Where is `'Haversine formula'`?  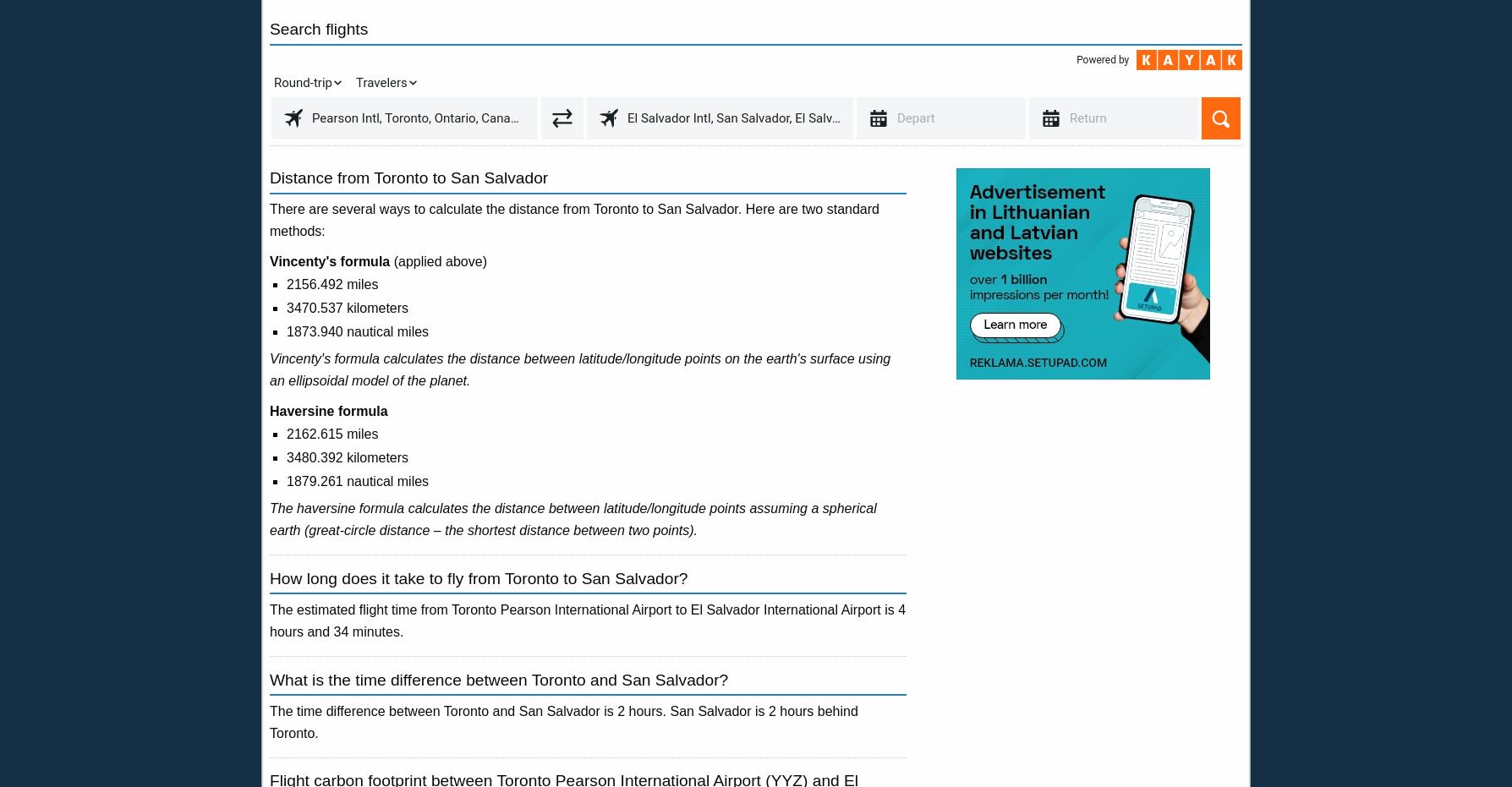
'Haversine formula' is located at coordinates (268, 411).